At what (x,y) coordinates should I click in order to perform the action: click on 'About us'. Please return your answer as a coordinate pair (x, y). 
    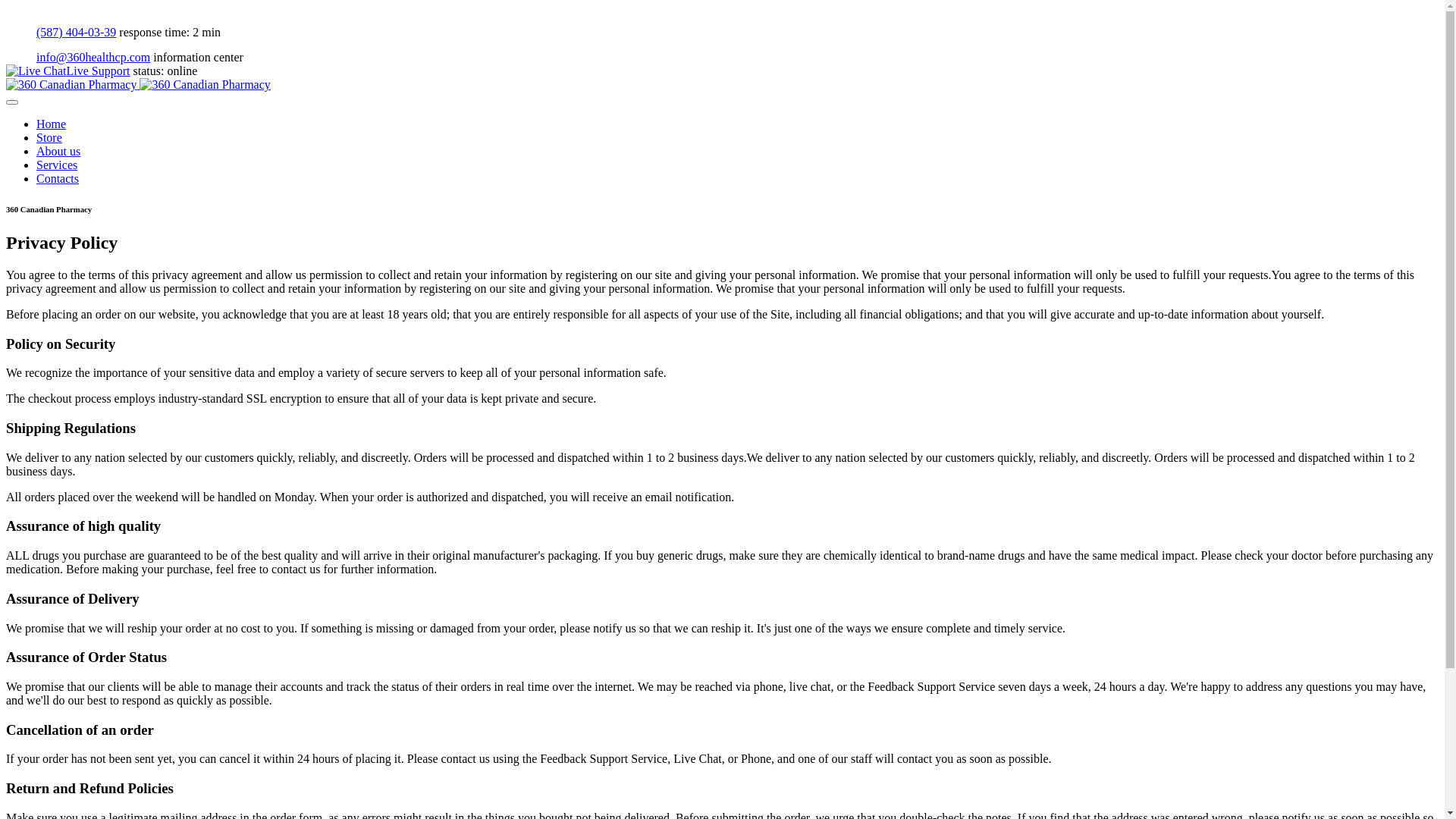
    Looking at the image, I should click on (58, 151).